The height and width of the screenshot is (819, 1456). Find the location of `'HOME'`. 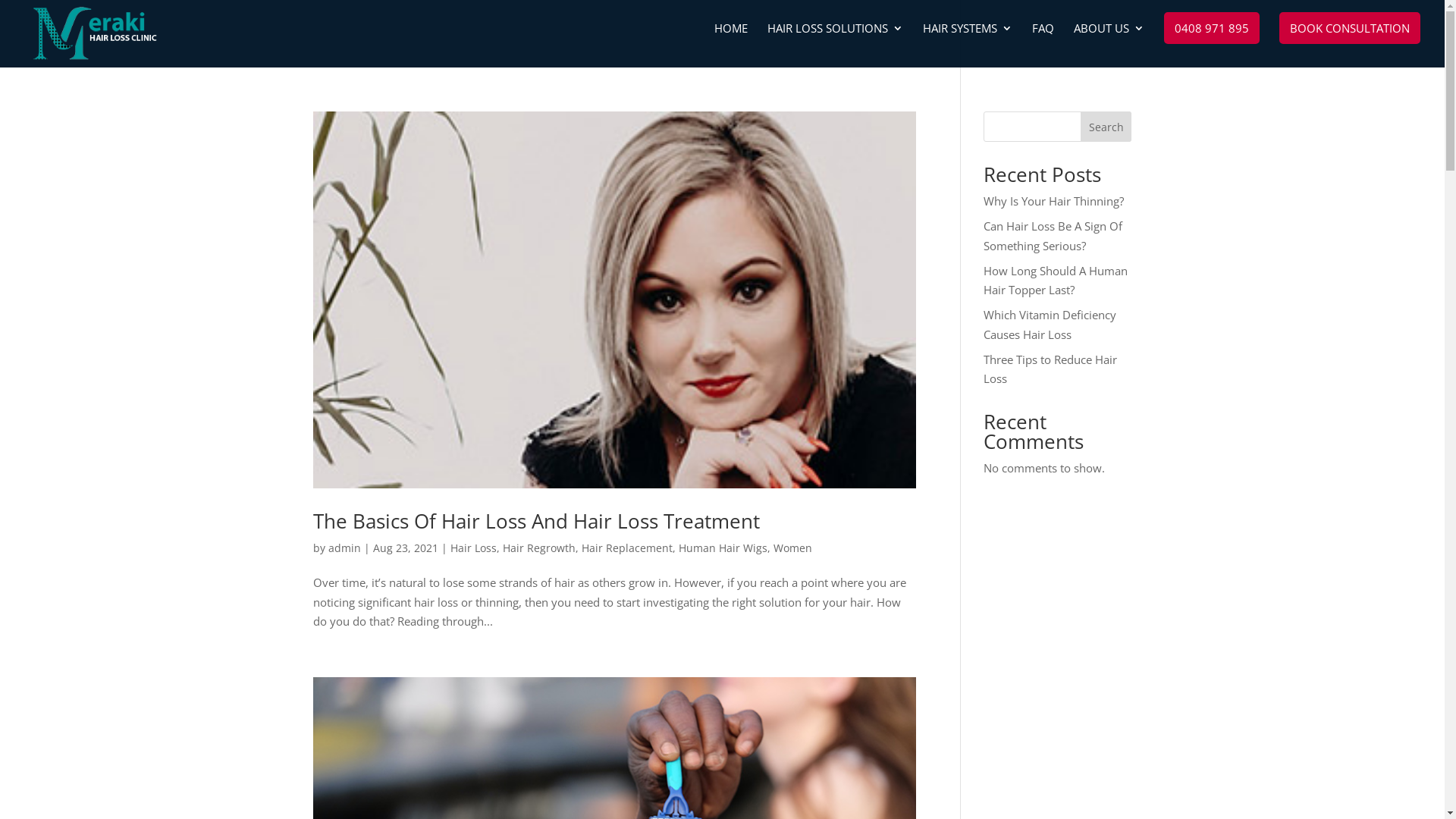

'HOME' is located at coordinates (731, 44).